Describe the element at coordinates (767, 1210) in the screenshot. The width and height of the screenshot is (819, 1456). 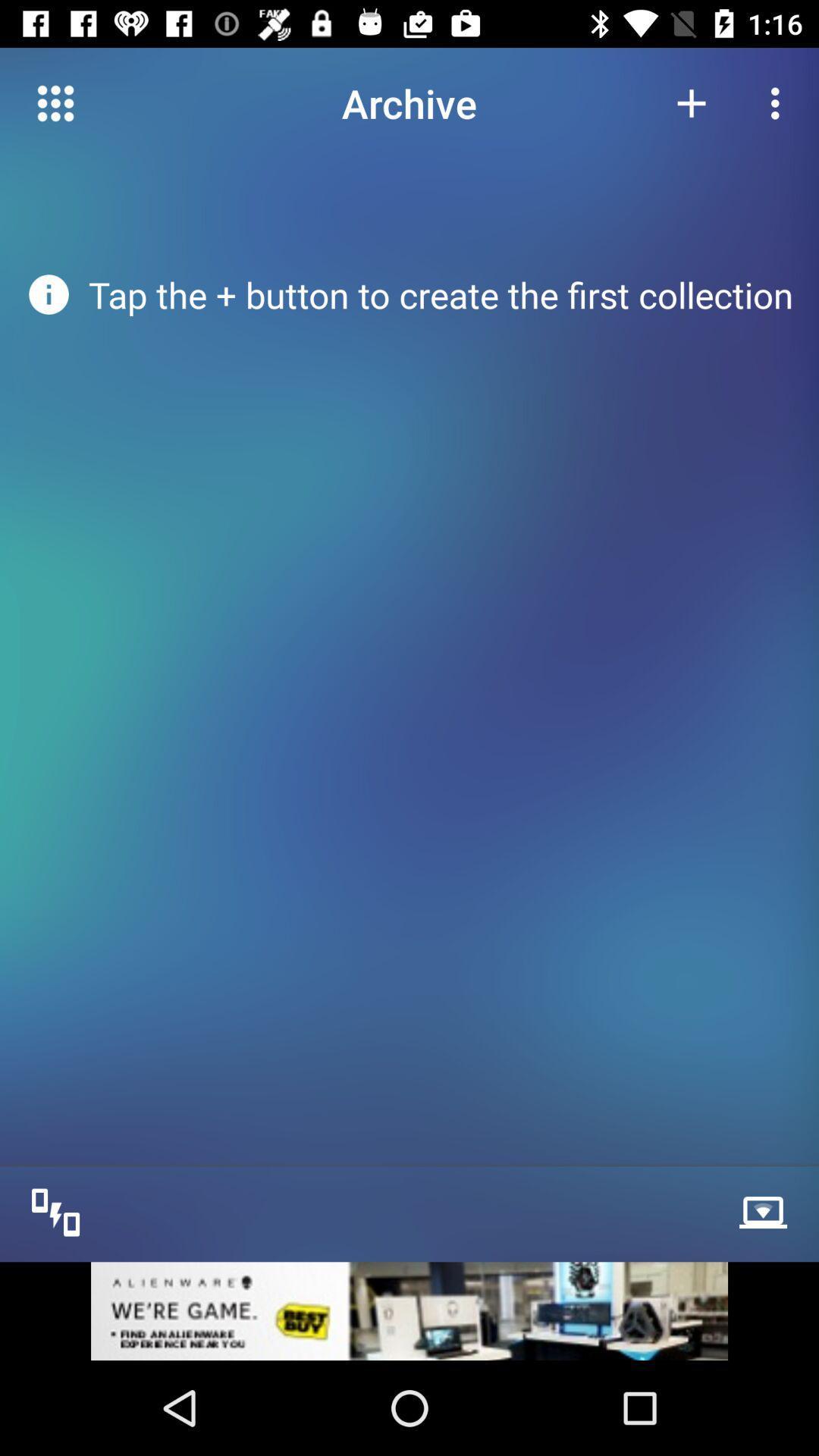
I see `the network_wifi icon` at that location.